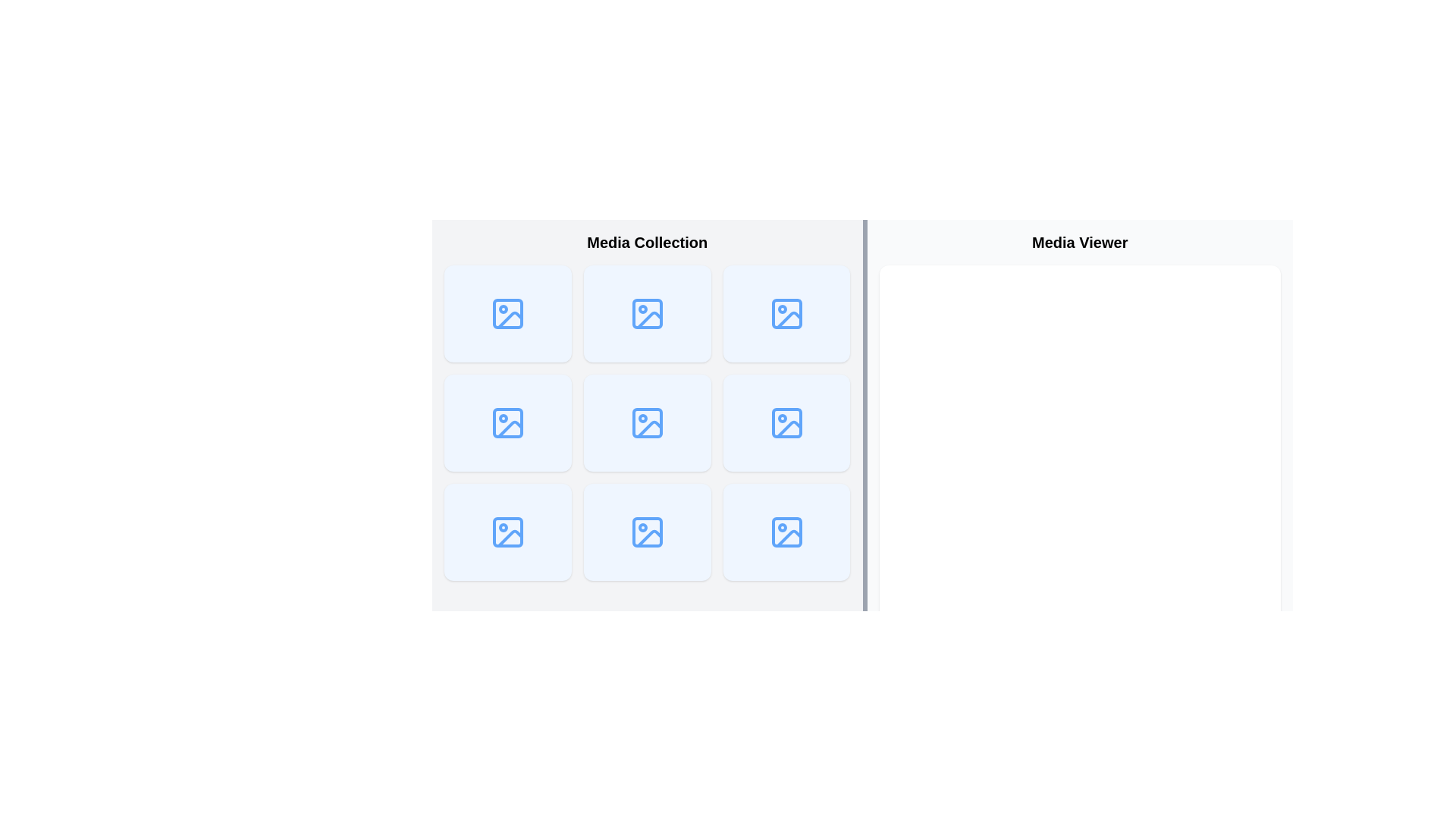  What do you see at coordinates (786, 423) in the screenshot?
I see `the middle icon in the third row of the 3x3 grid in the 'Media Collection'` at bounding box center [786, 423].